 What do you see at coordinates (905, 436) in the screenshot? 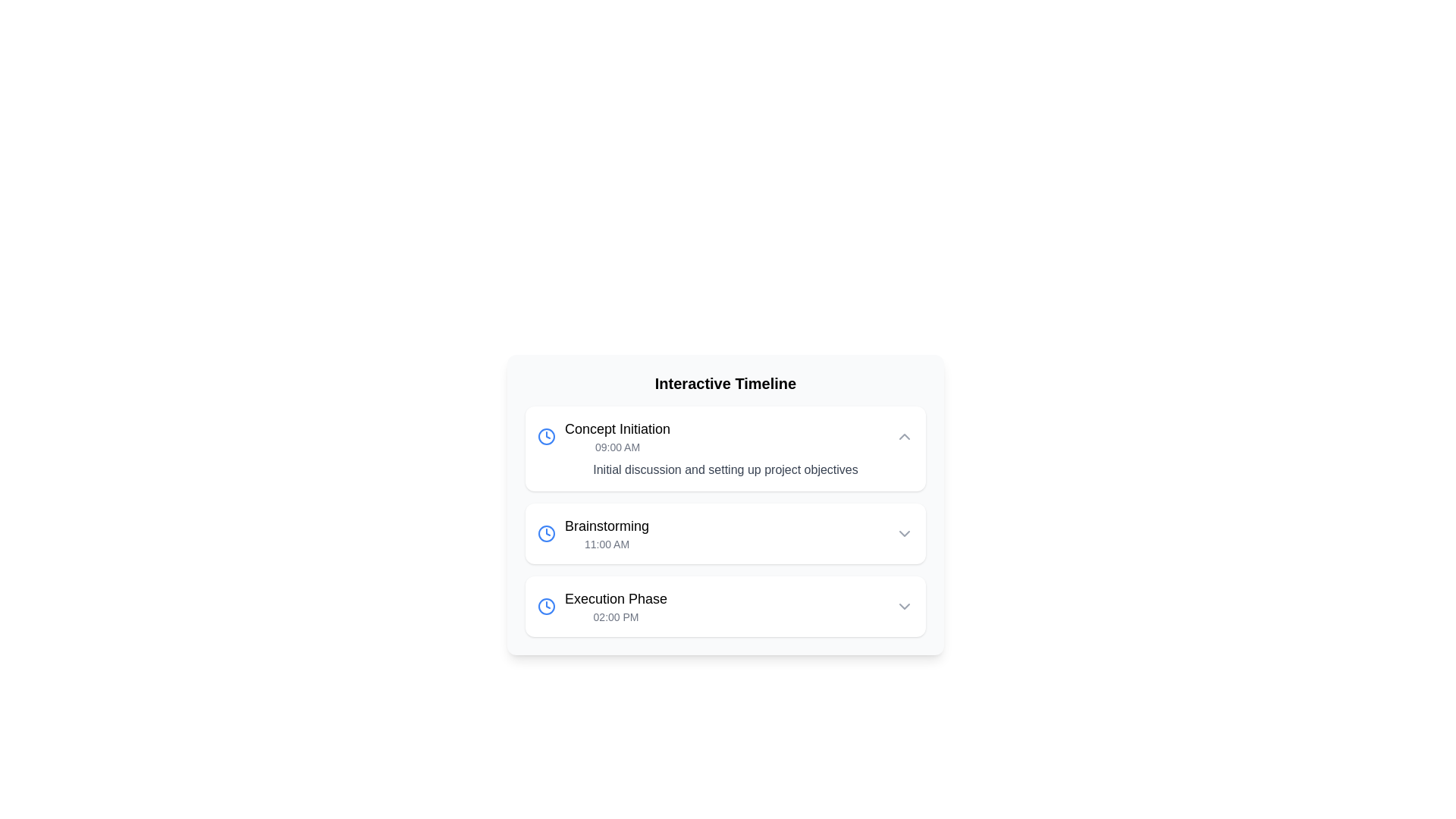
I see `the chevron button in the top right corner of the card associated with the 'Concept Initiation' timeline entry` at bounding box center [905, 436].